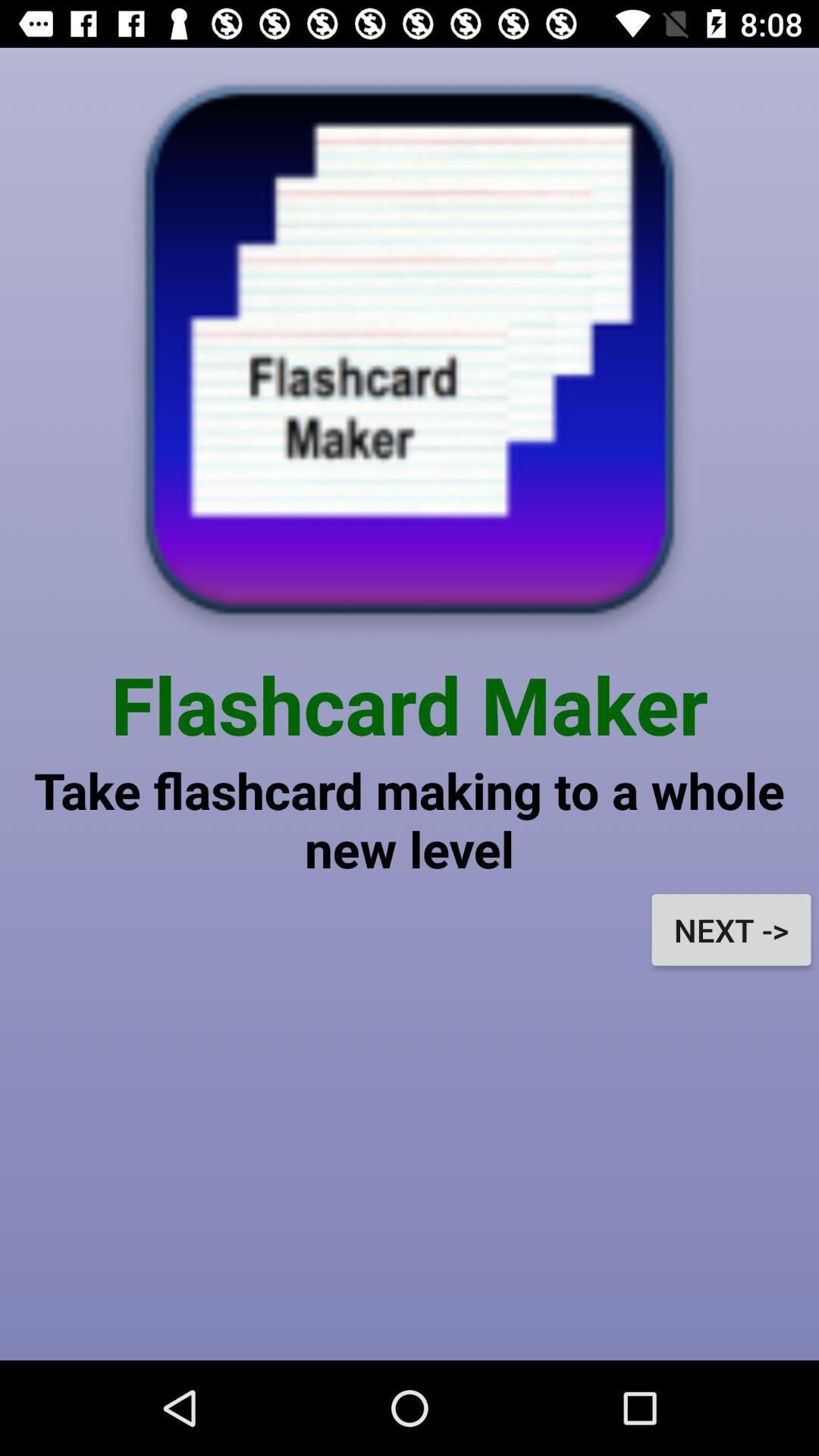 The height and width of the screenshot is (1456, 819). What do you see at coordinates (730, 929) in the screenshot?
I see `next -> on the right` at bounding box center [730, 929].